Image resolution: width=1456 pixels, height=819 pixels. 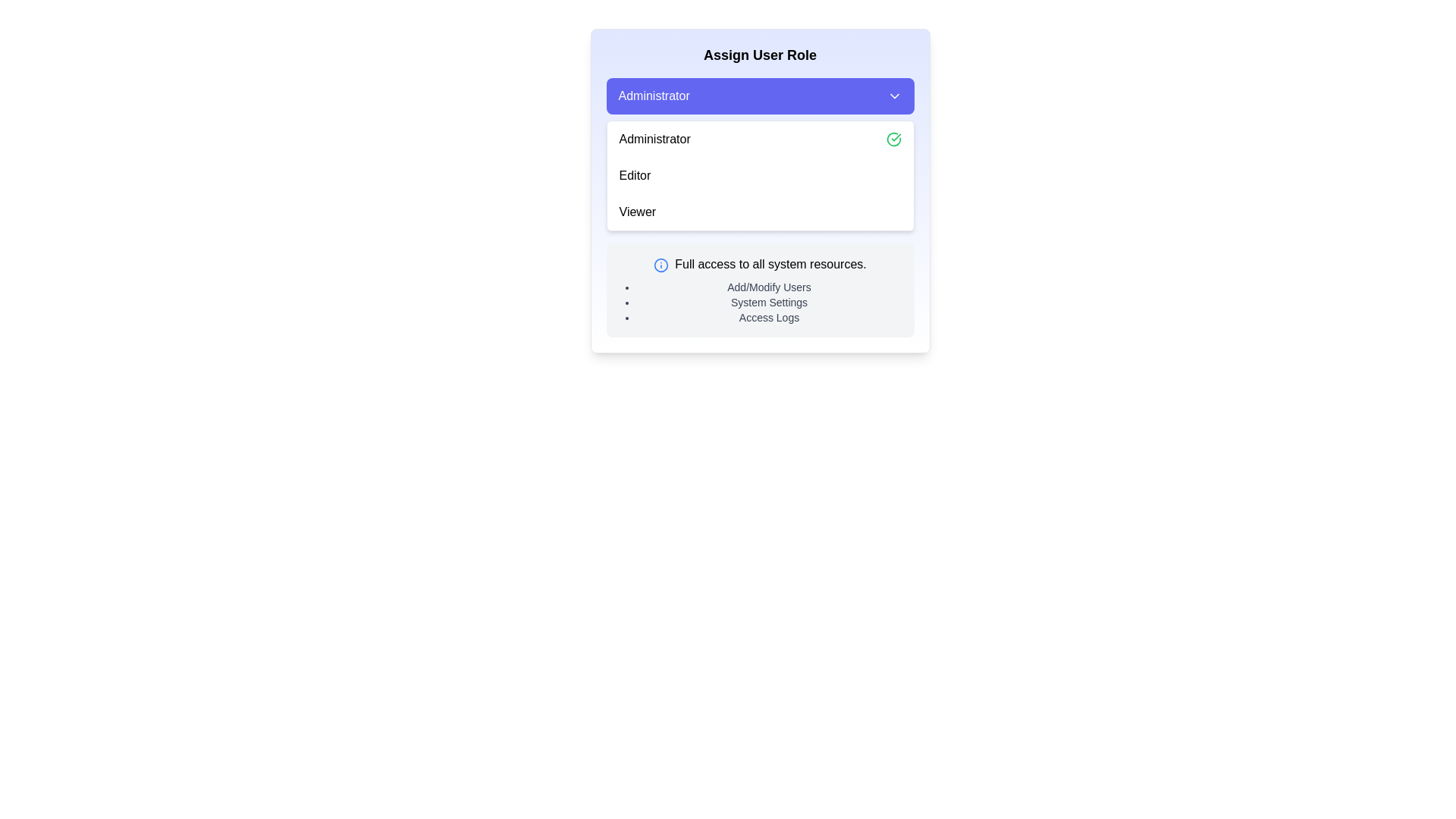 What do you see at coordinates (635, 174) in the screenshot?
I see `the 'Editor' role option in the dropdown menu, which is the second item below 'Administrator'` at bounding box center [635, 174].